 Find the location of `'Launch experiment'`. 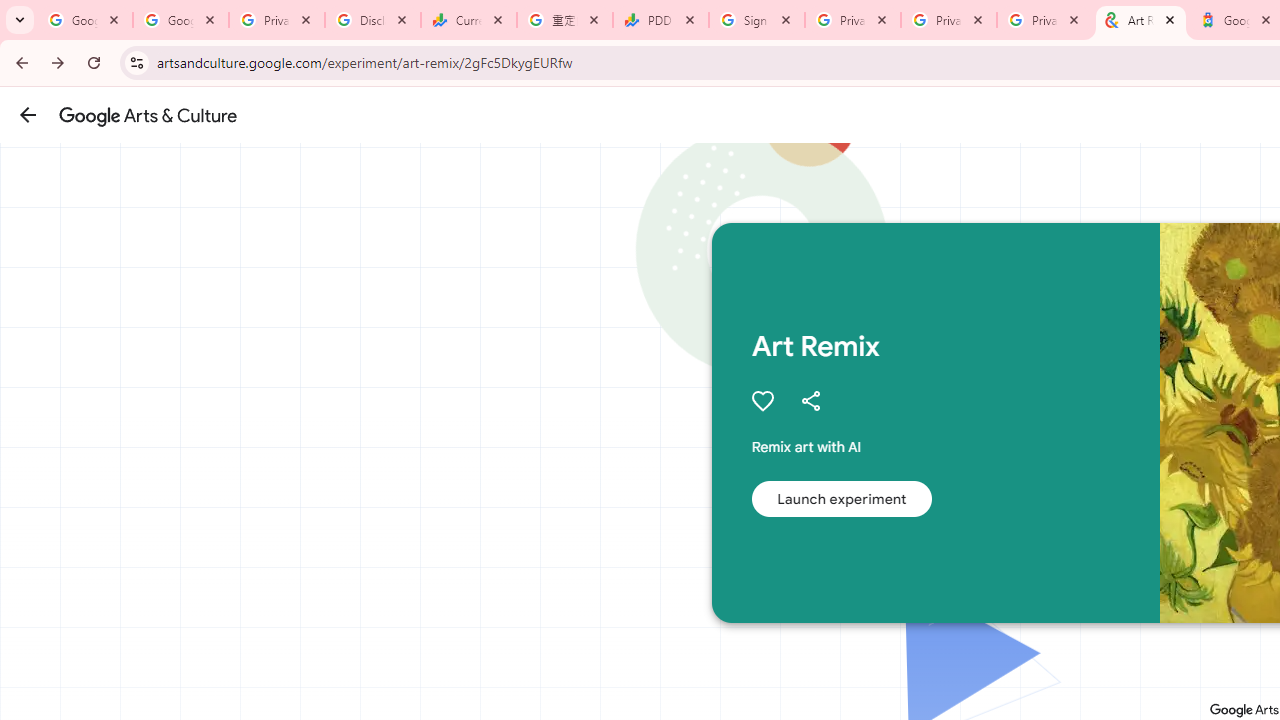

'Launch experiment' is located at coordinates (841, 497).